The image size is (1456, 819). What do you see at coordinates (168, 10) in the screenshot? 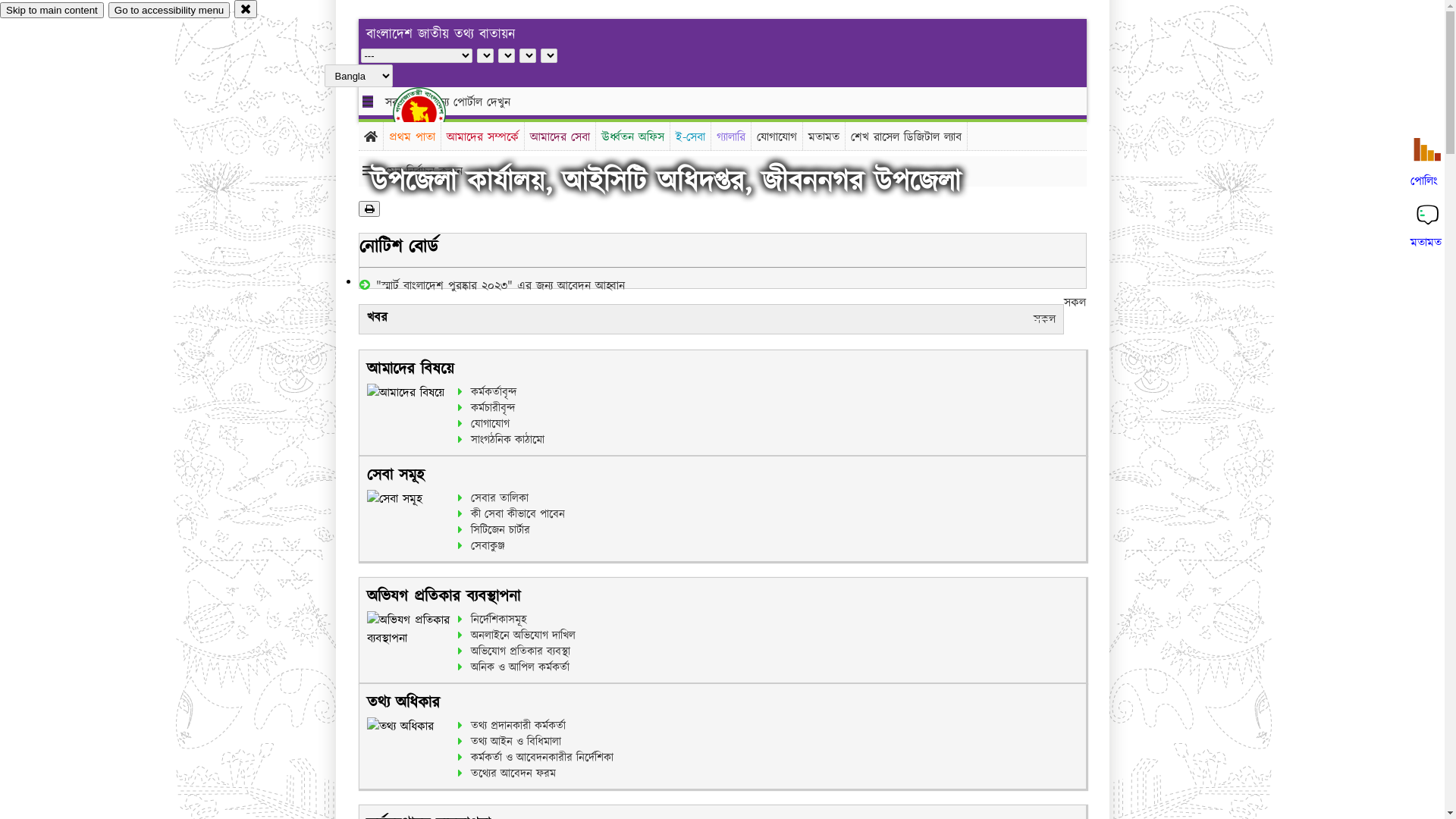
I see `'Go to accessibility menu'` at bounding box center [168, 10].